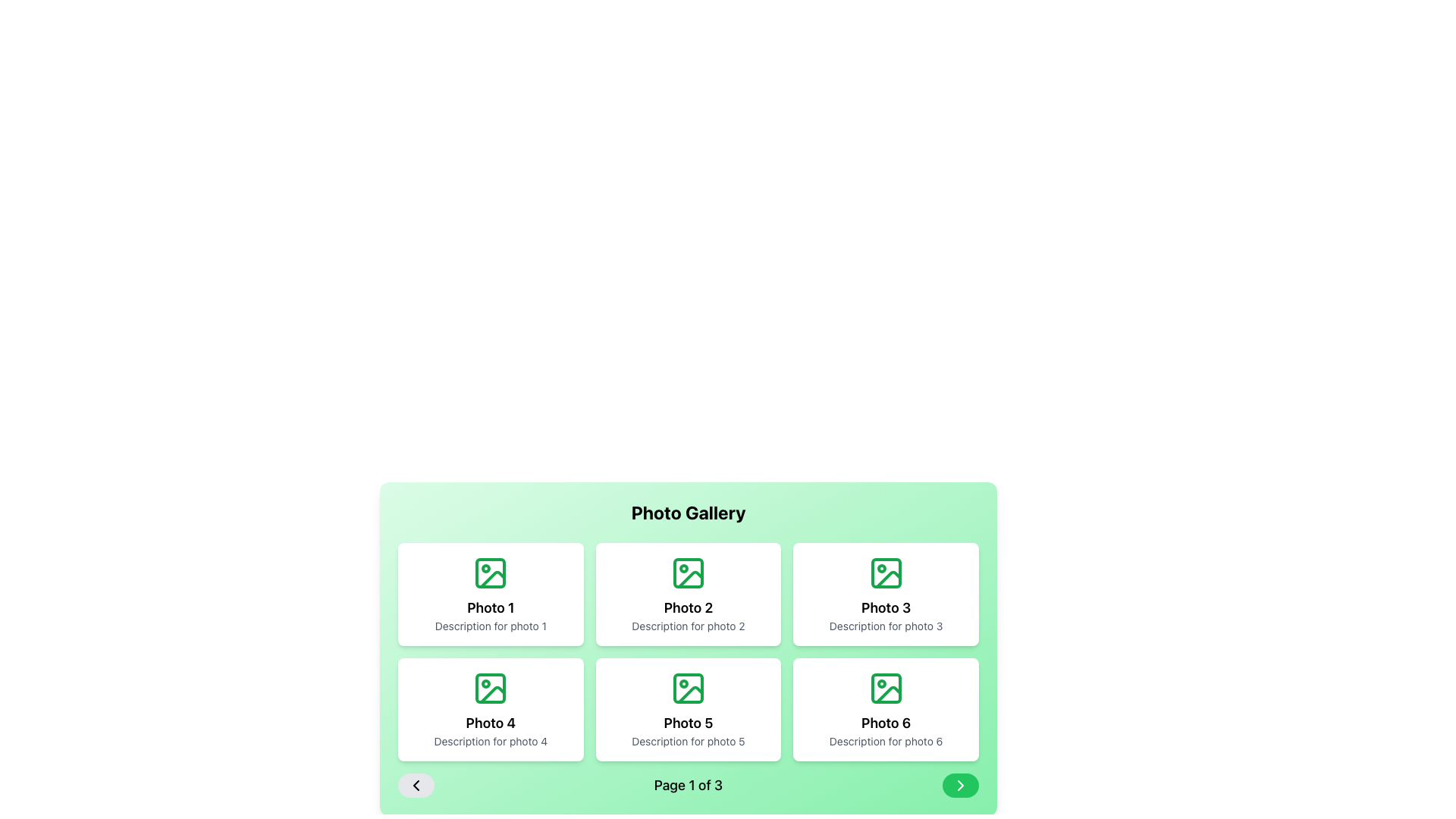 The width and height of the screenshot is (1456, 819). What do you see at coordinates (960, 785) in the screenshot?
I see `the pagination control button located at the bottom-right corner of the pagination section, adjacent to the text label 'Page 1 of 3', for keyboard navigation` at bounding box center [960, 785].